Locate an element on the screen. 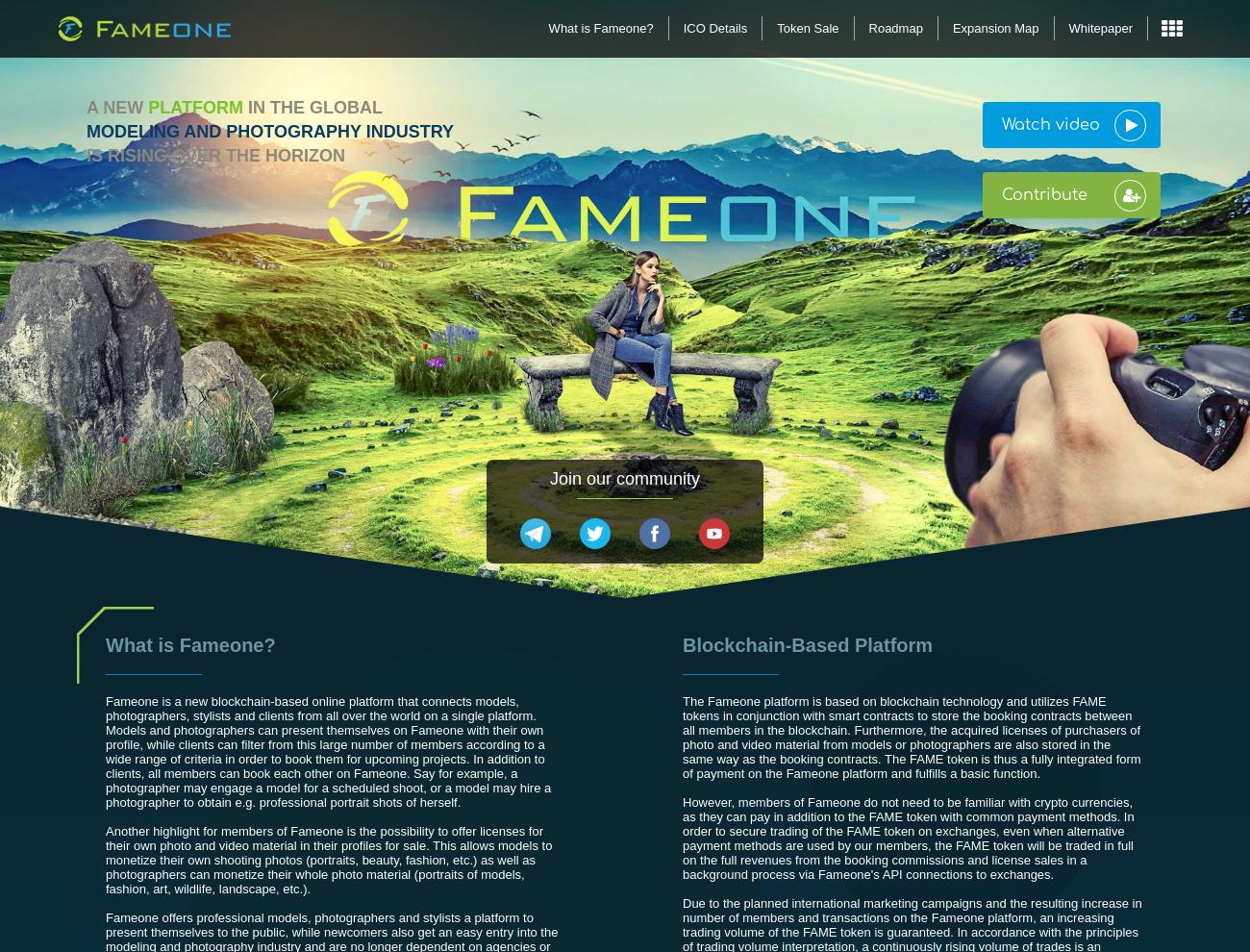 This screenshot has height=952, width=1250. 'Another highlight for members of Fameone is the possibility to offer licenses for their own photo and video material in their profiles for sale. This allows models to monetize their own shooting photos (portraits, beauty, fashion, etc.) as well as photographers can monetize their whole photo material (portraits of models, fashion, art, wildlife, landscape, etc.).' is located at coordinates (328, 859).